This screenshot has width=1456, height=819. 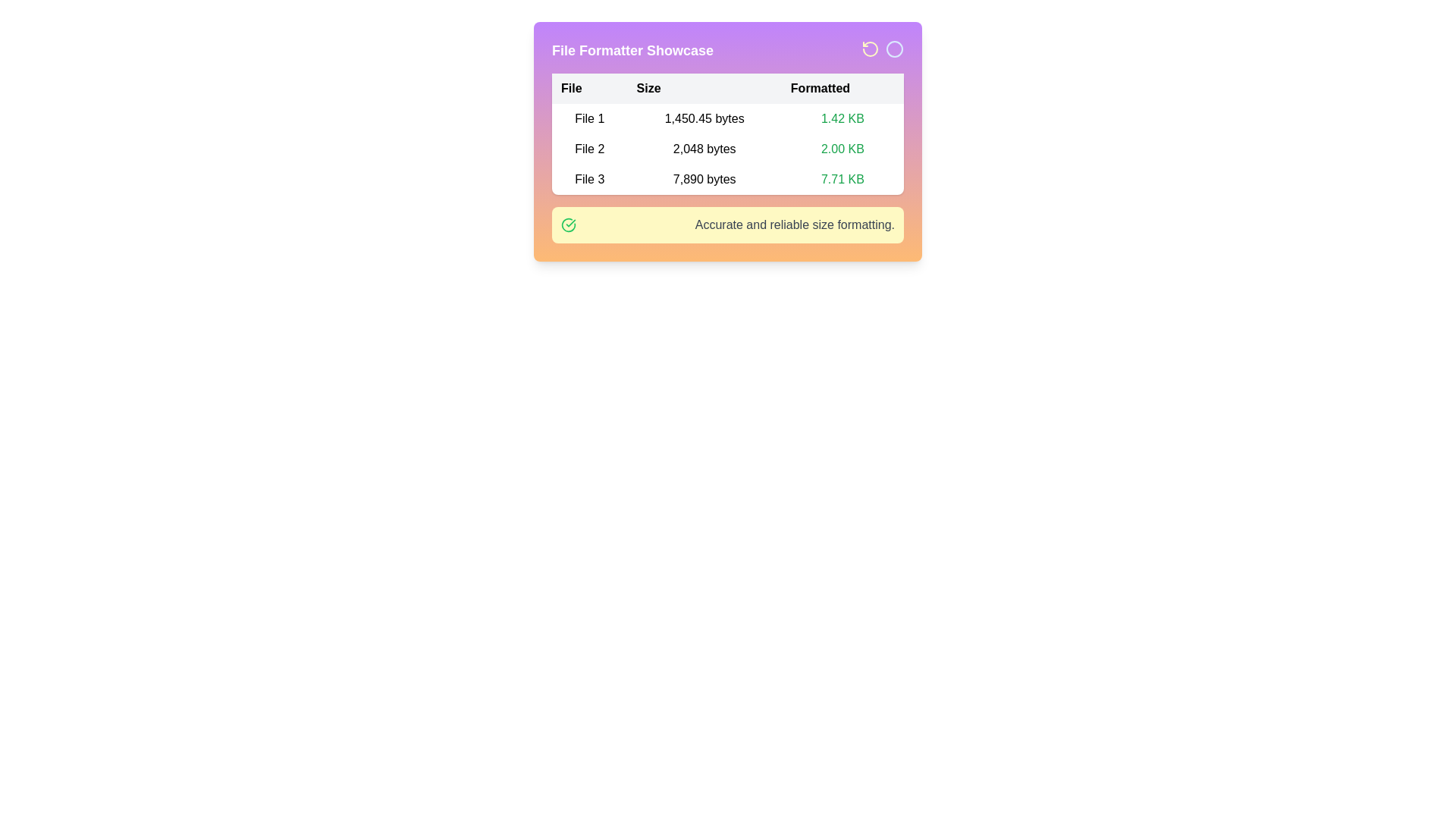 What do you see at coordinates (704, 118) in the screenshot?
I see `the Text Label that displays the file size of 'File 1', which shows '1,450.45 bytes' in the first row of a three-column table` at bounding box center [704, 118].